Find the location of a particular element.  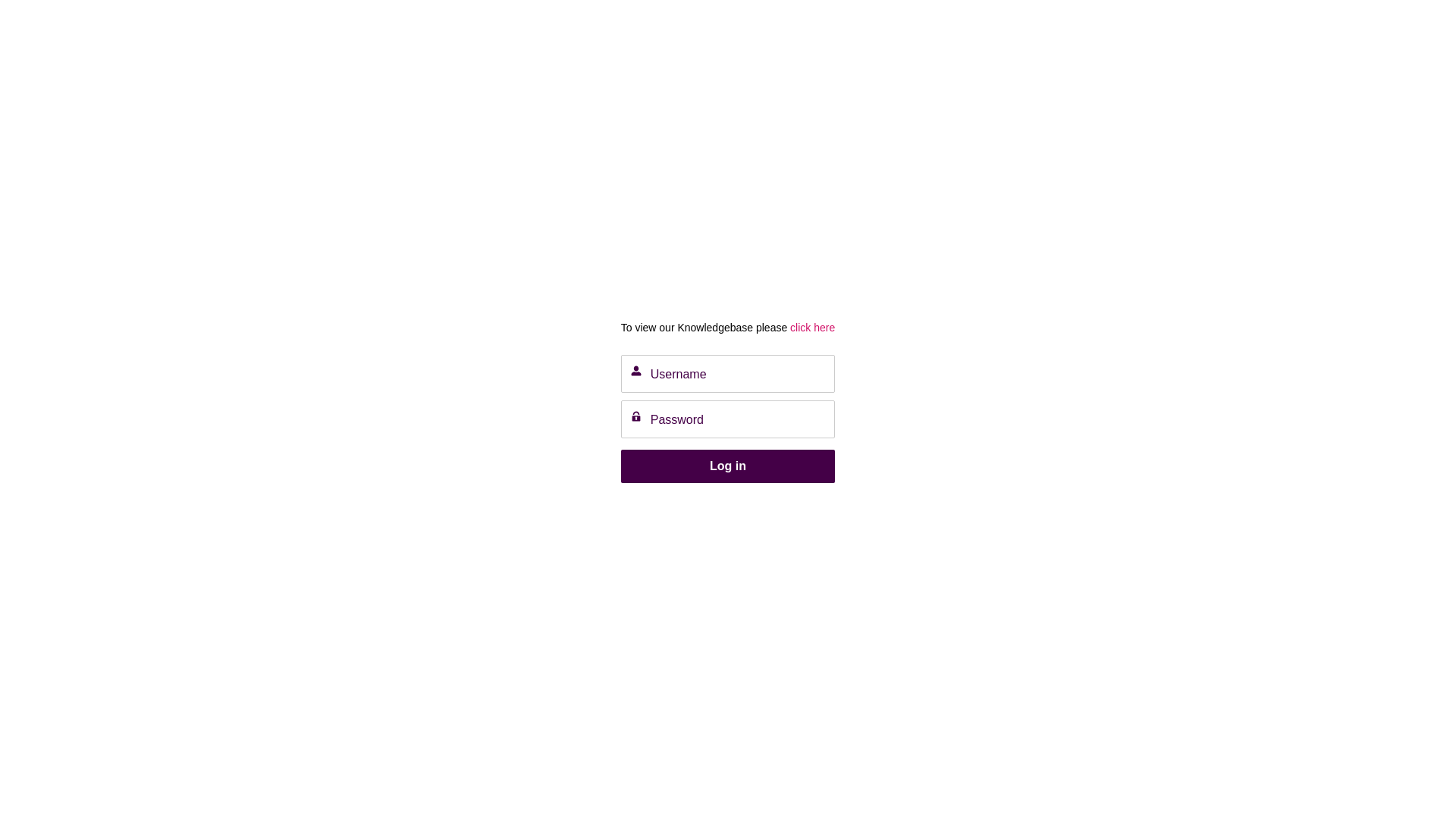

'click here' is located at coordinates (786, 327).